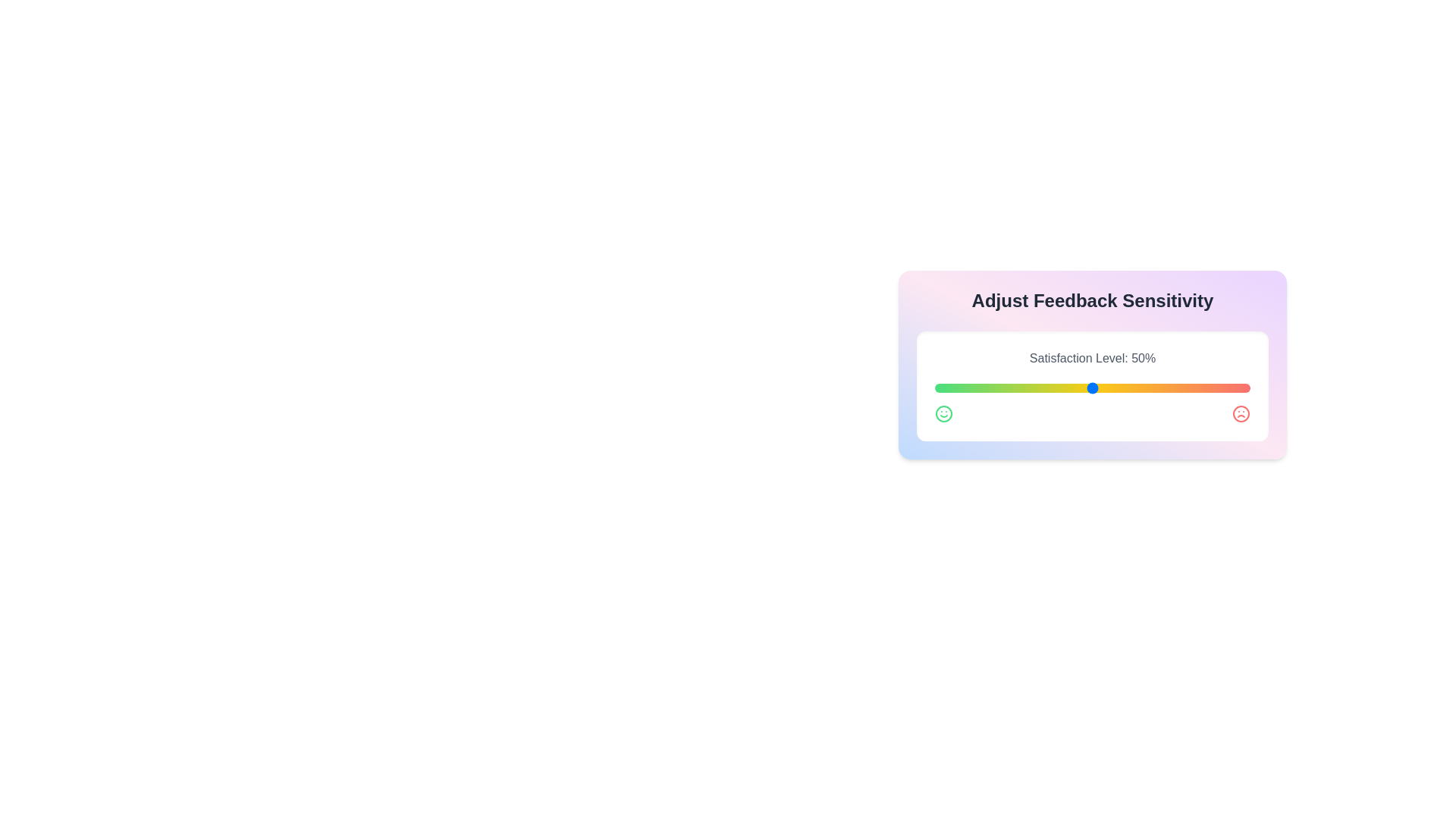 Image resolution: width=1456 pixels, height=819 pixels. What do you see at coordinates (1208, 388) in the screenshot?
I see `the satisfaction level slider to 87%` at bounding box center [1208, 388].